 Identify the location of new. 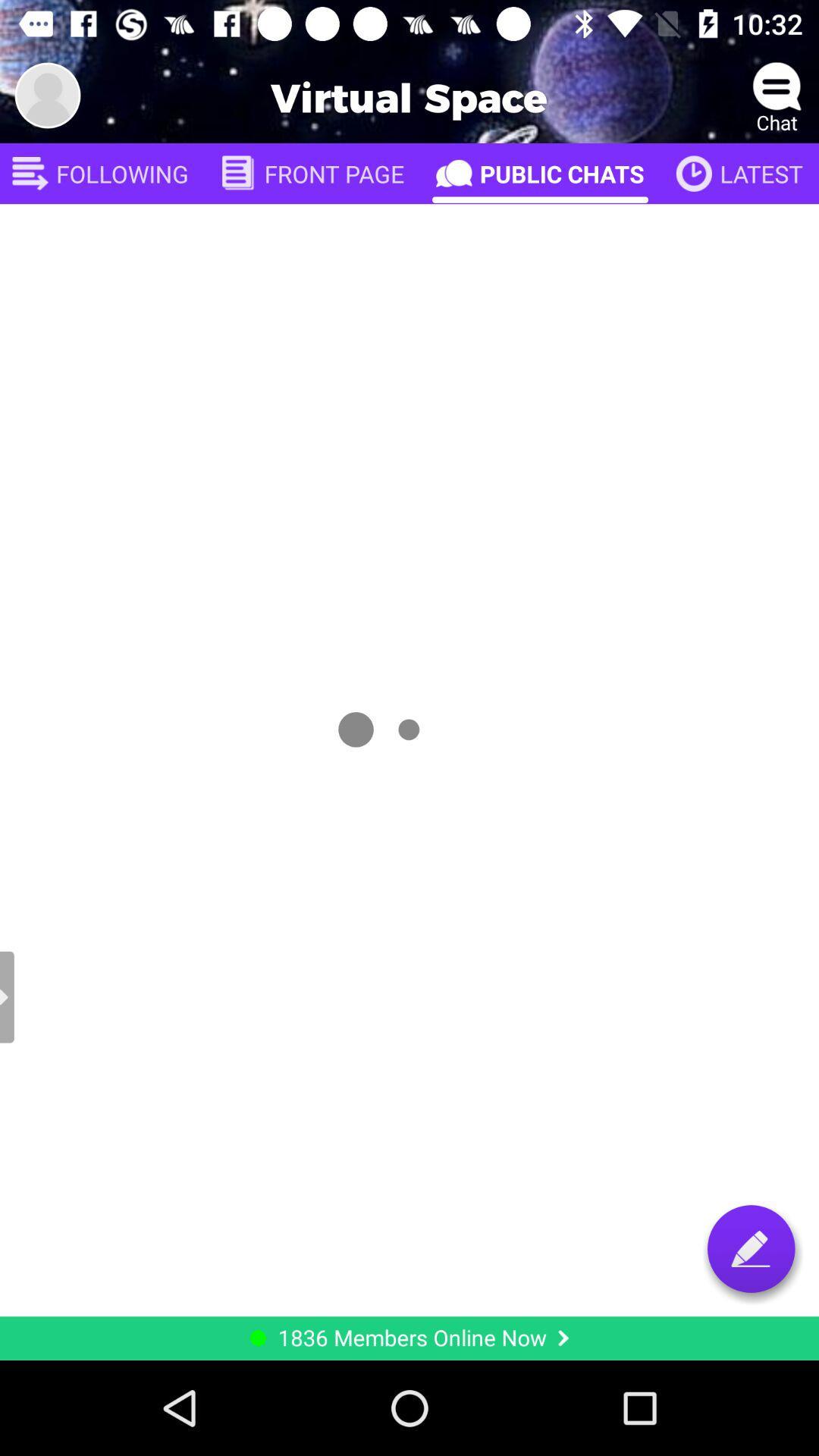
(751, 1248).